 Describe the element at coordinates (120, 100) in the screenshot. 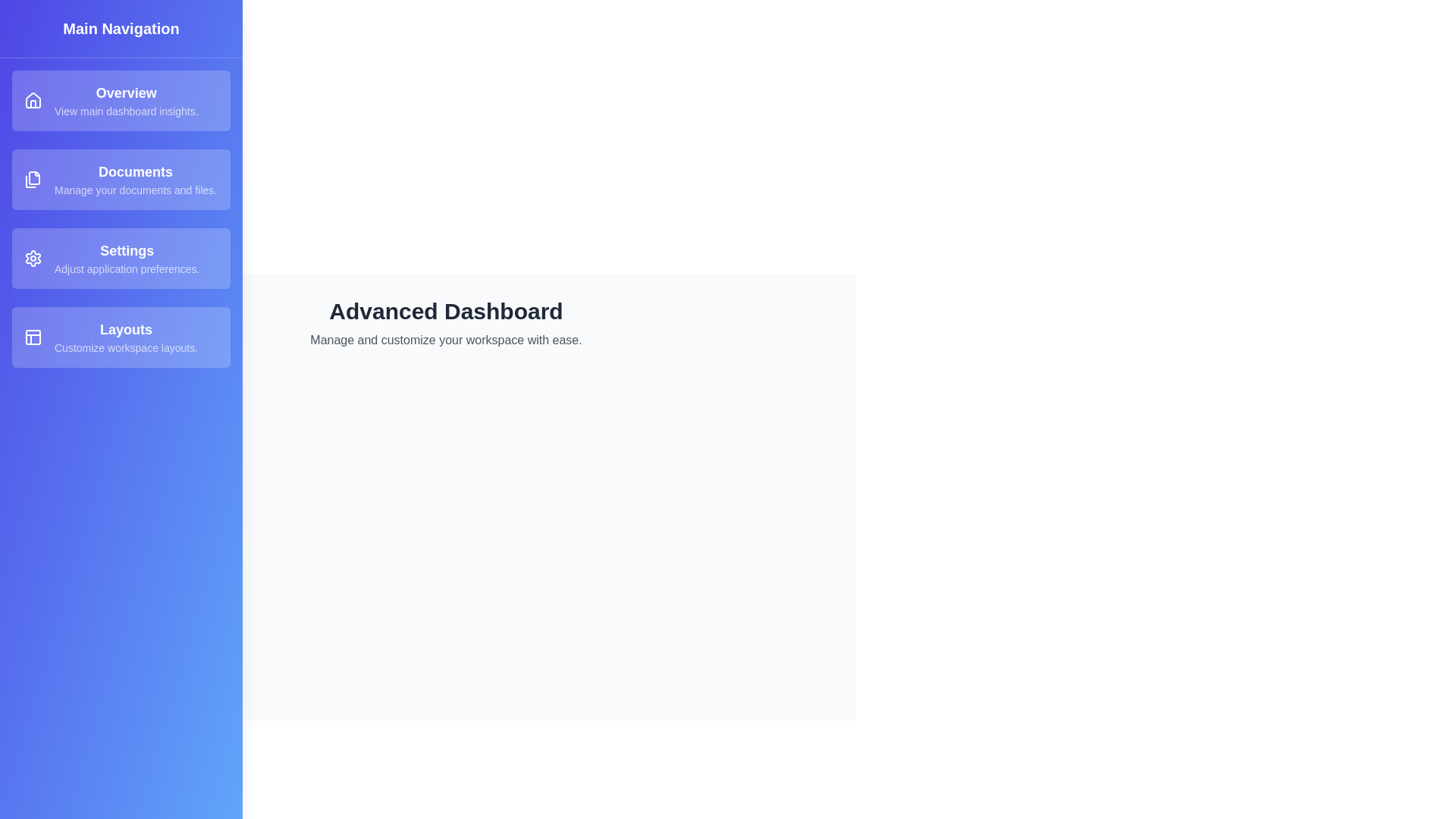

I see `the description of the section Overview` at that location.